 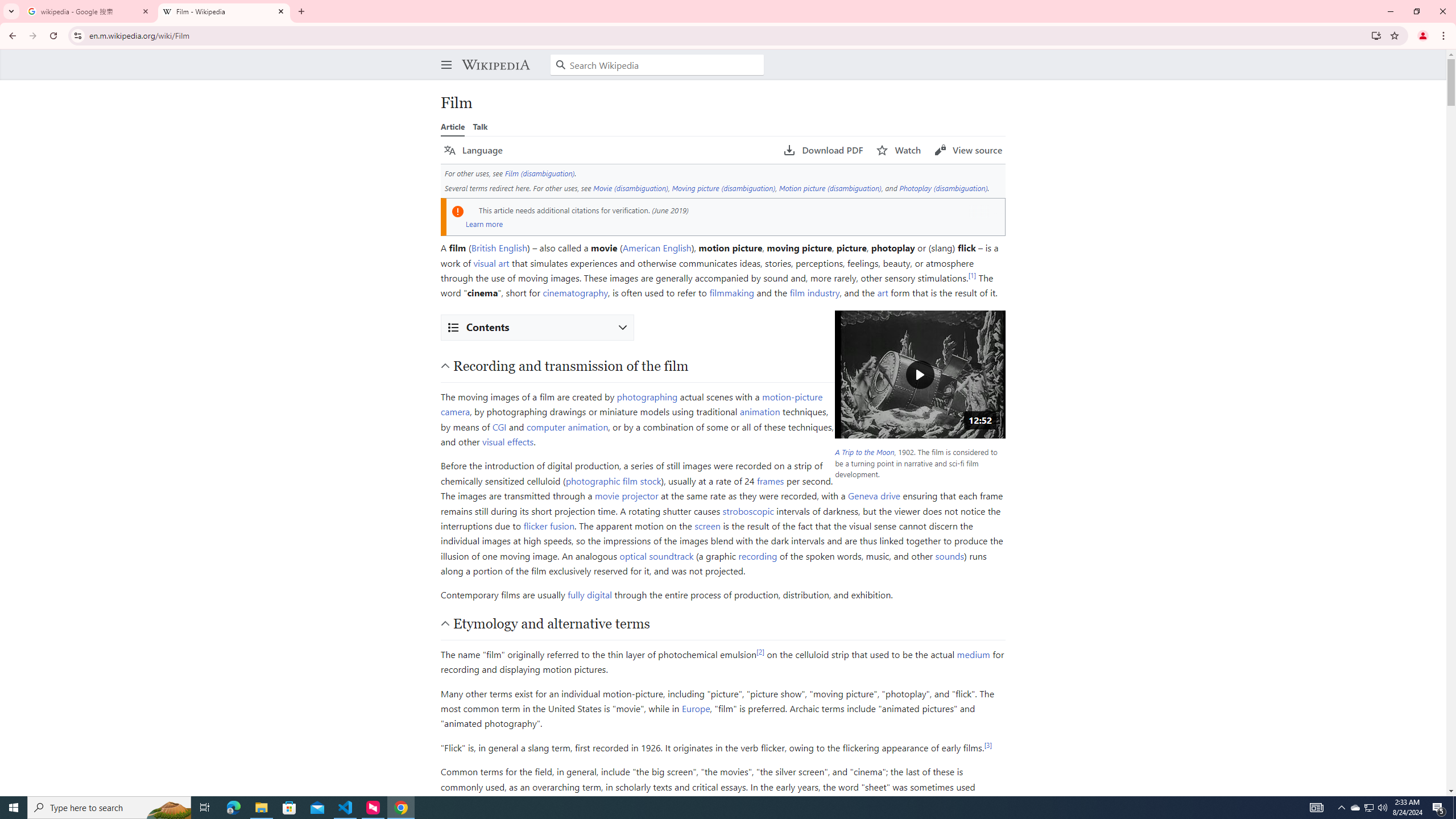 I want to click on 'Play video', so click(x=920, y=374).